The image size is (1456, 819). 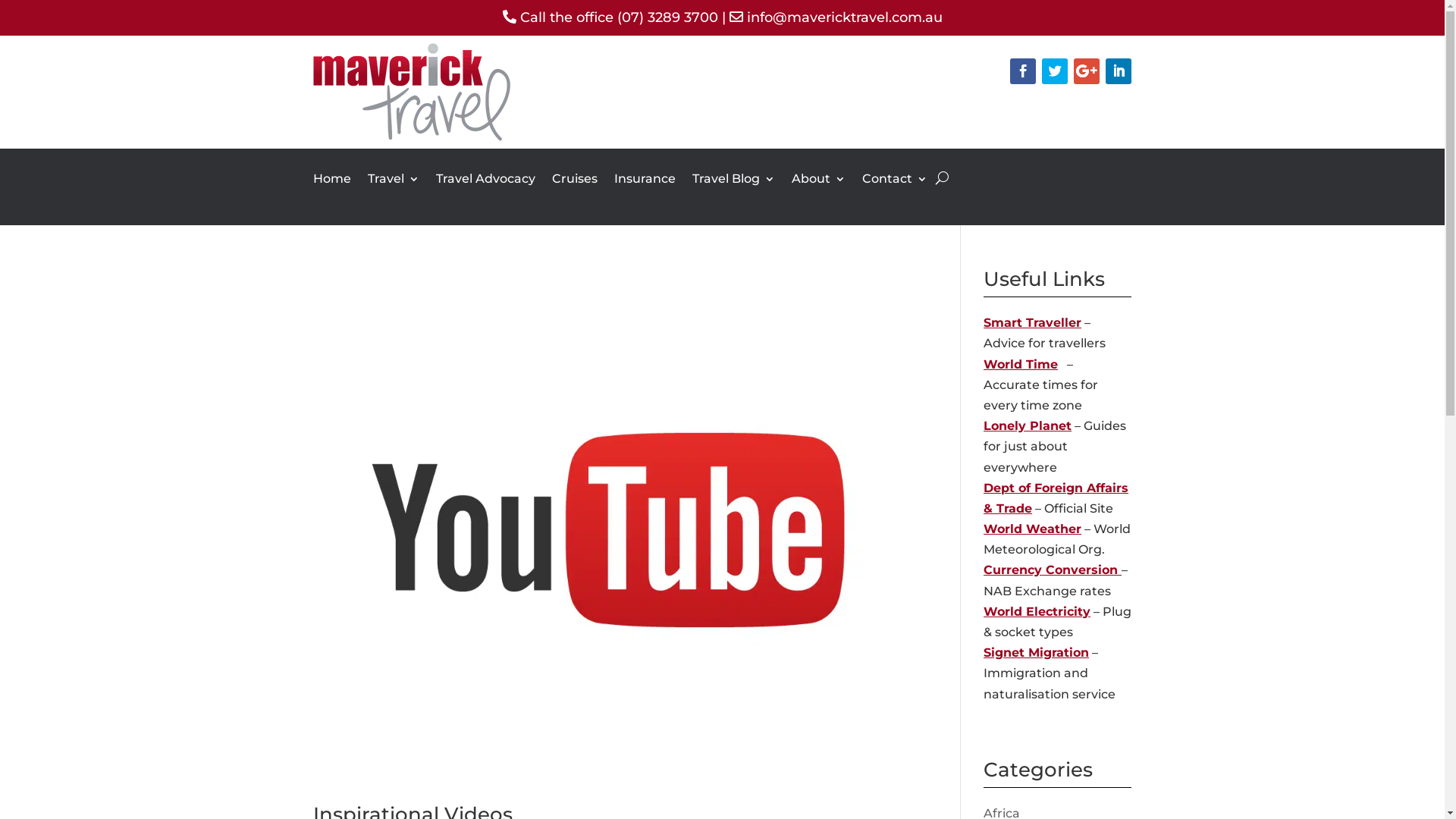 What do you see at coordinates (484, 189) in the screenshot?
I see `'Travel Advocacy'` at bounding box center [484, 189].